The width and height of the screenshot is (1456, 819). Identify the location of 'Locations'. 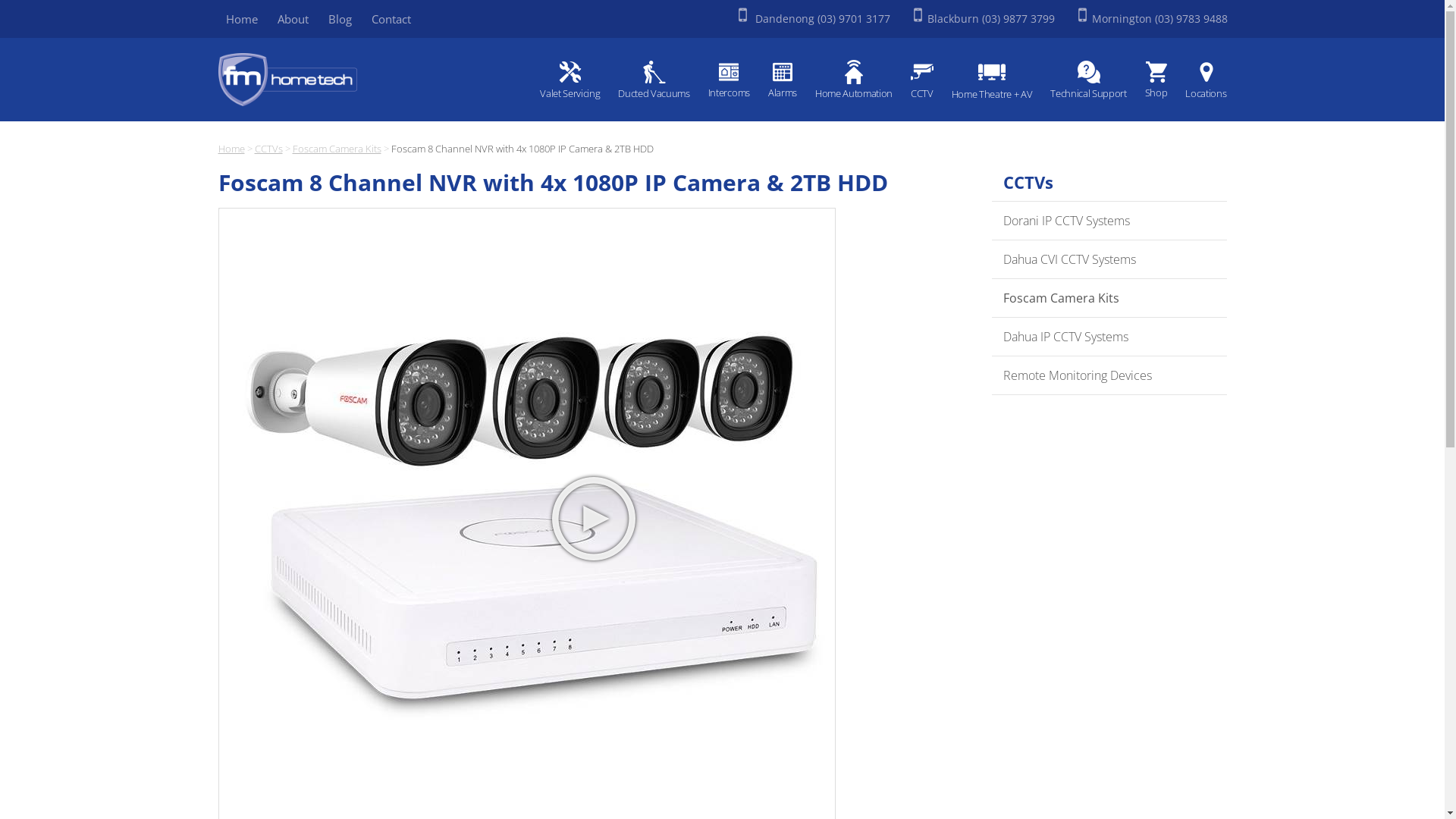
(1200, 81).